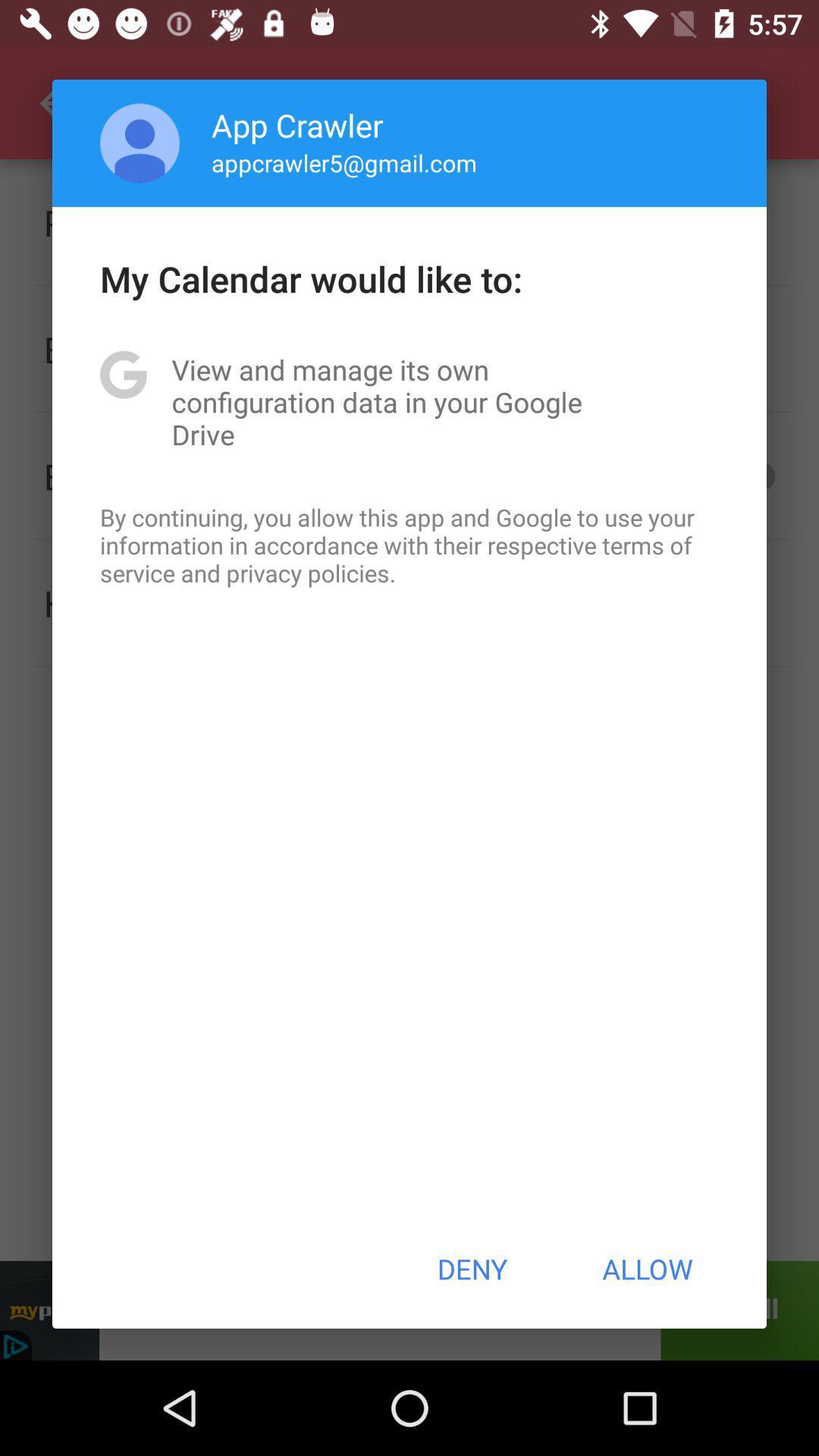  I want to click on the app above my calendar would app, so click(140, 143).